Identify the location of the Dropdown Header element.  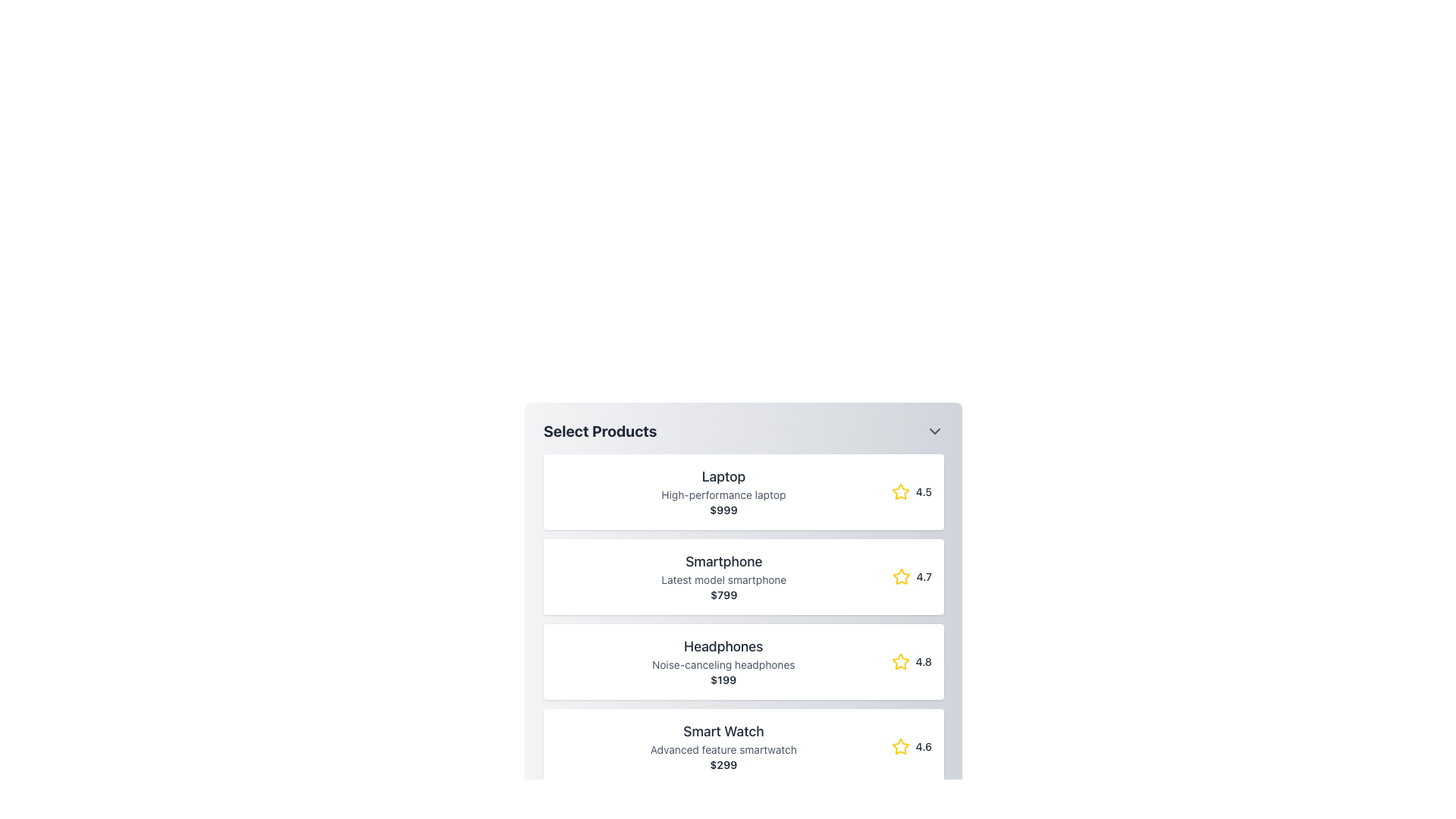
(743, 431).